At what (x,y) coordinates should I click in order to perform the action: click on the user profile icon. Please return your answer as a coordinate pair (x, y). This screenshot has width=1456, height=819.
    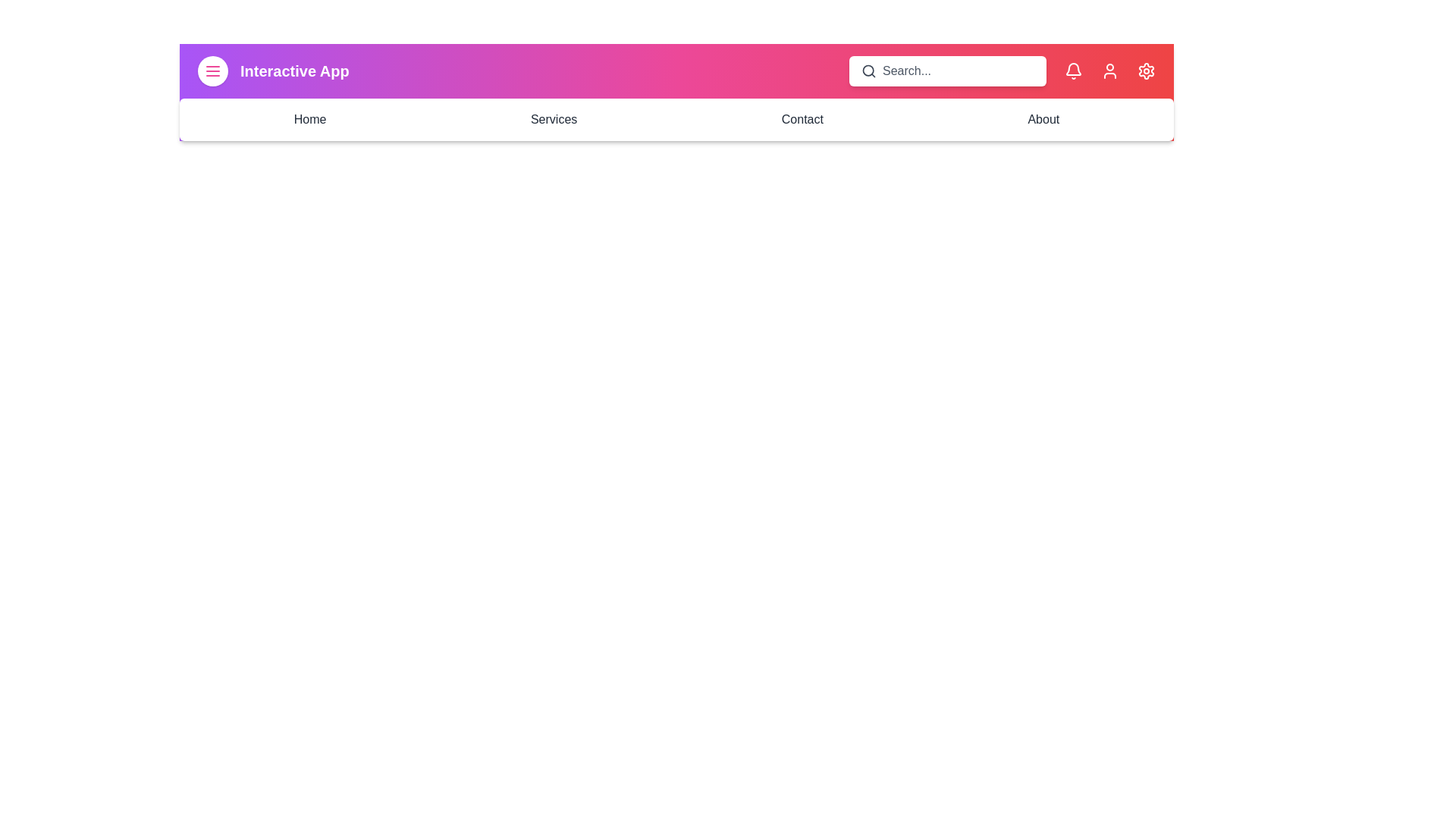
    Looking at the image, I should click on (1110, 71).